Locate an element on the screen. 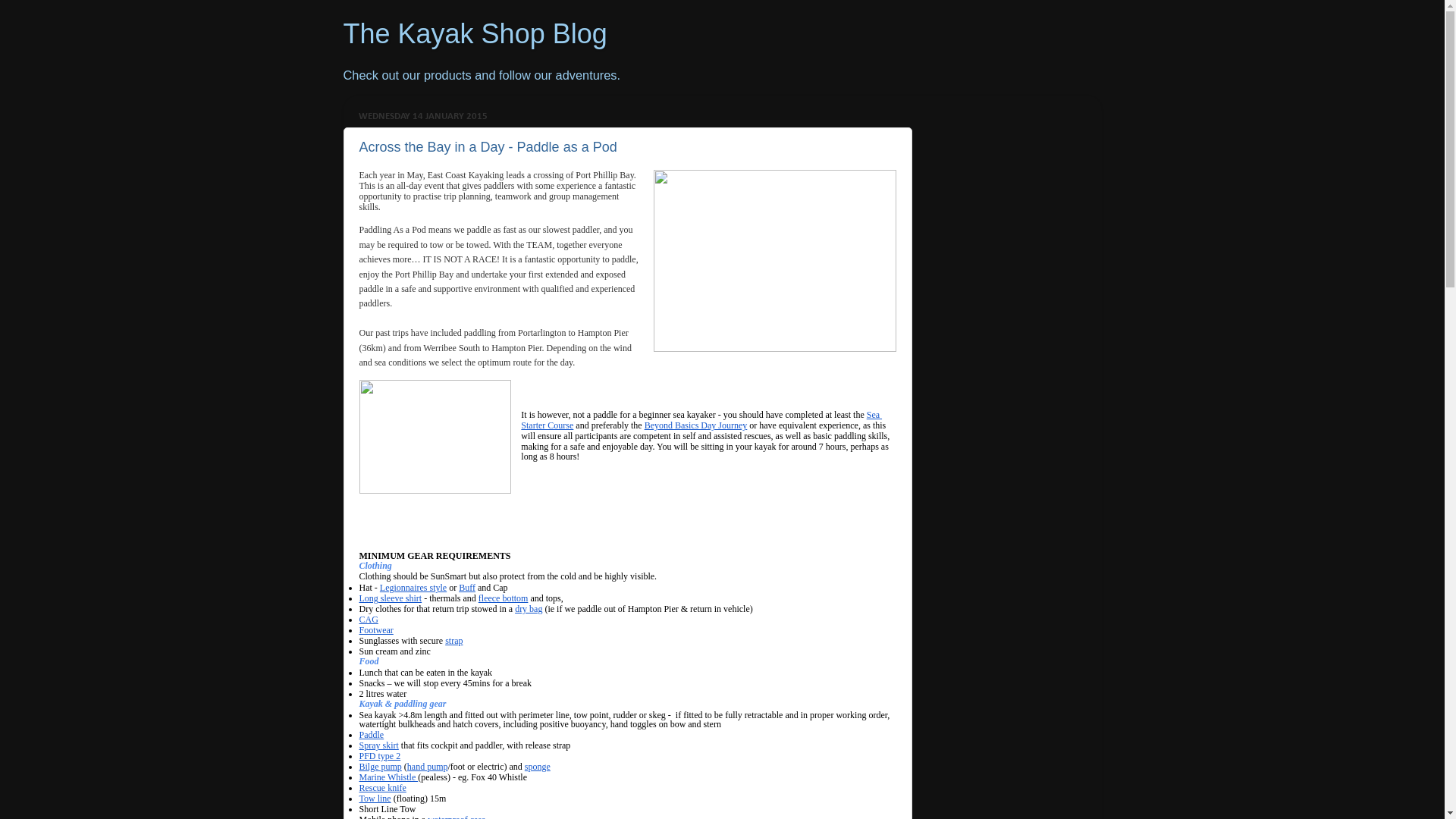 This screenshot has width=1456, height=819. 'dry bag' is located at coordinates (528, 607).